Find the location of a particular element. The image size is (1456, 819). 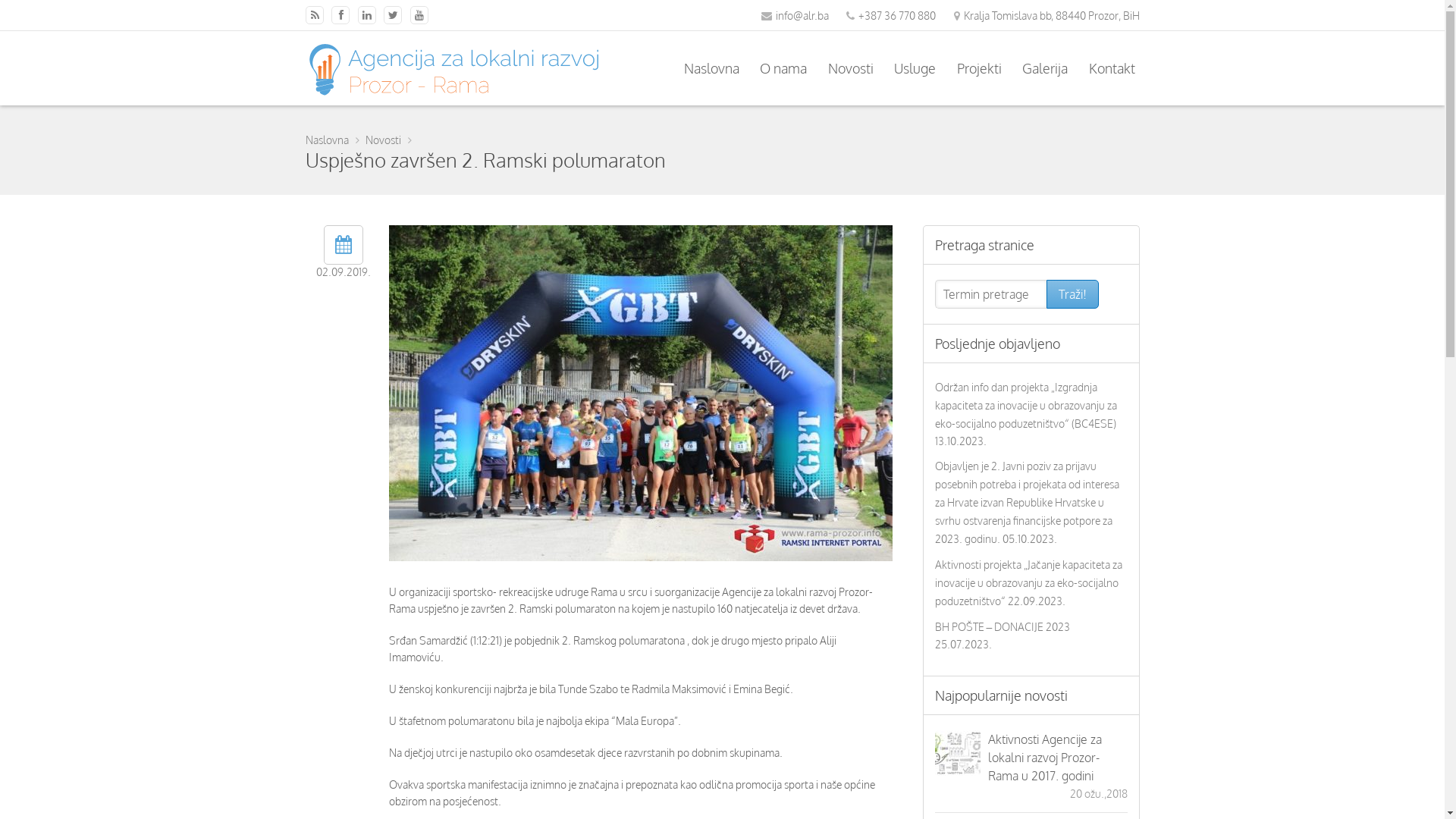

'info@alr.ba' is located at coordinates (800, 15).